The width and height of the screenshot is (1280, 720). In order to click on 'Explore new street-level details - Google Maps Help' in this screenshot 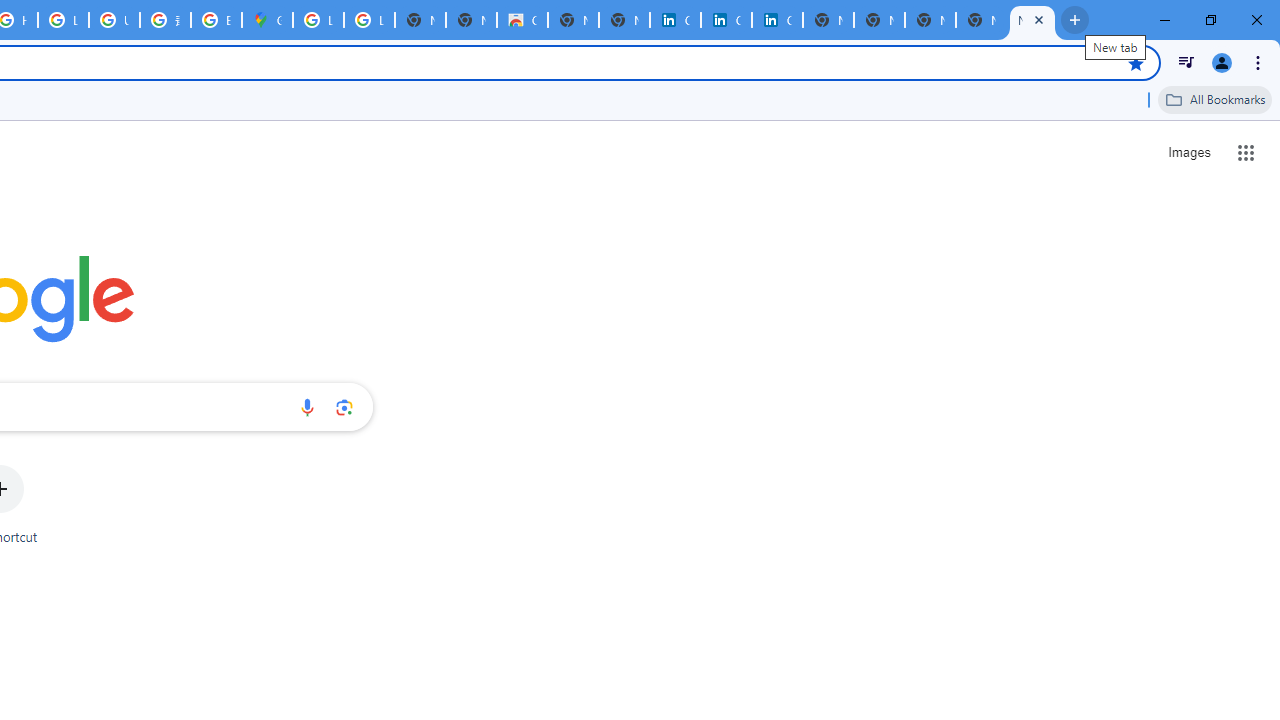, I will do `click(216, 20)`.